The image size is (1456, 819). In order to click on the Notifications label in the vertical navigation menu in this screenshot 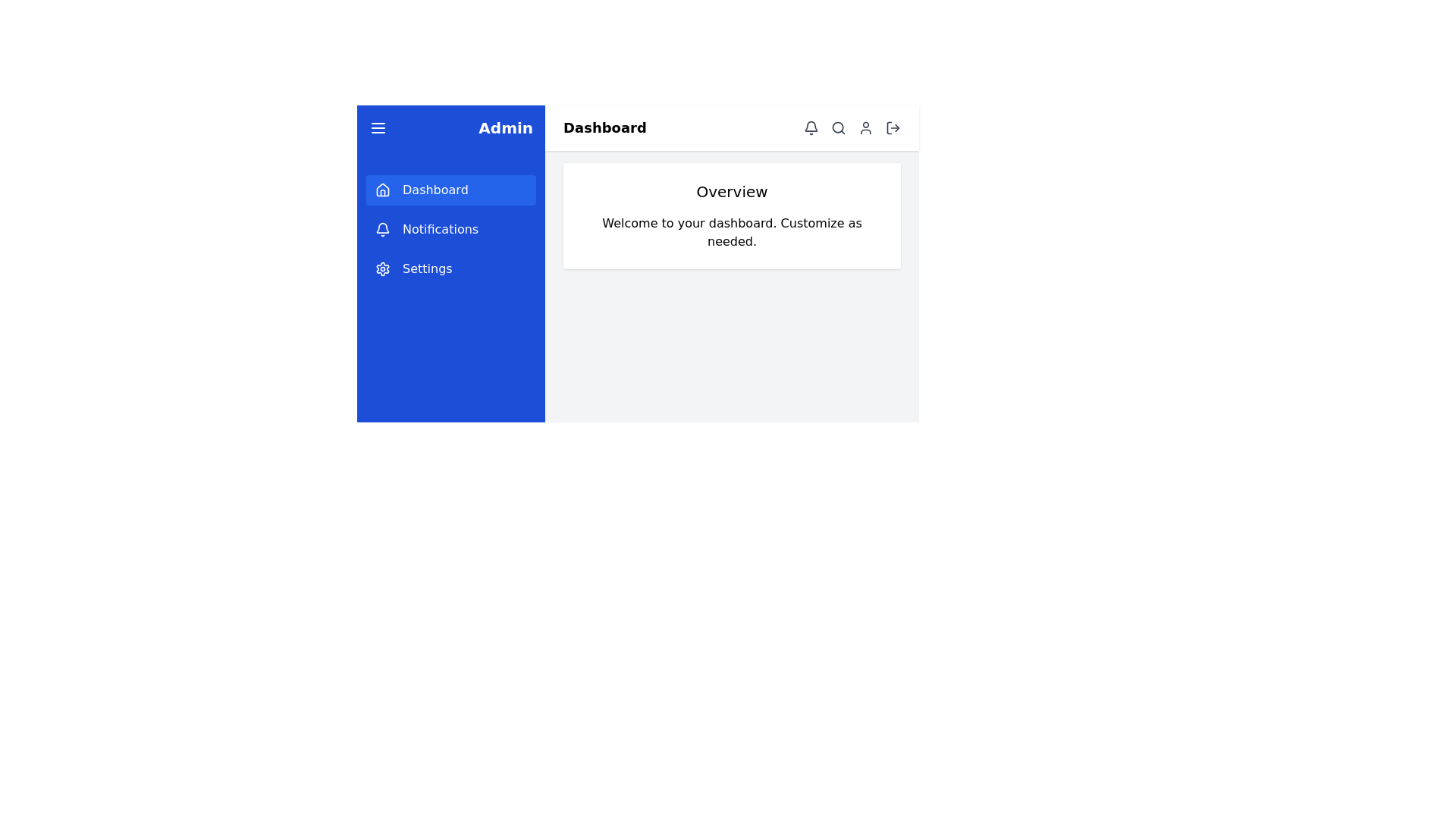, I will do `click(450, 230)`.